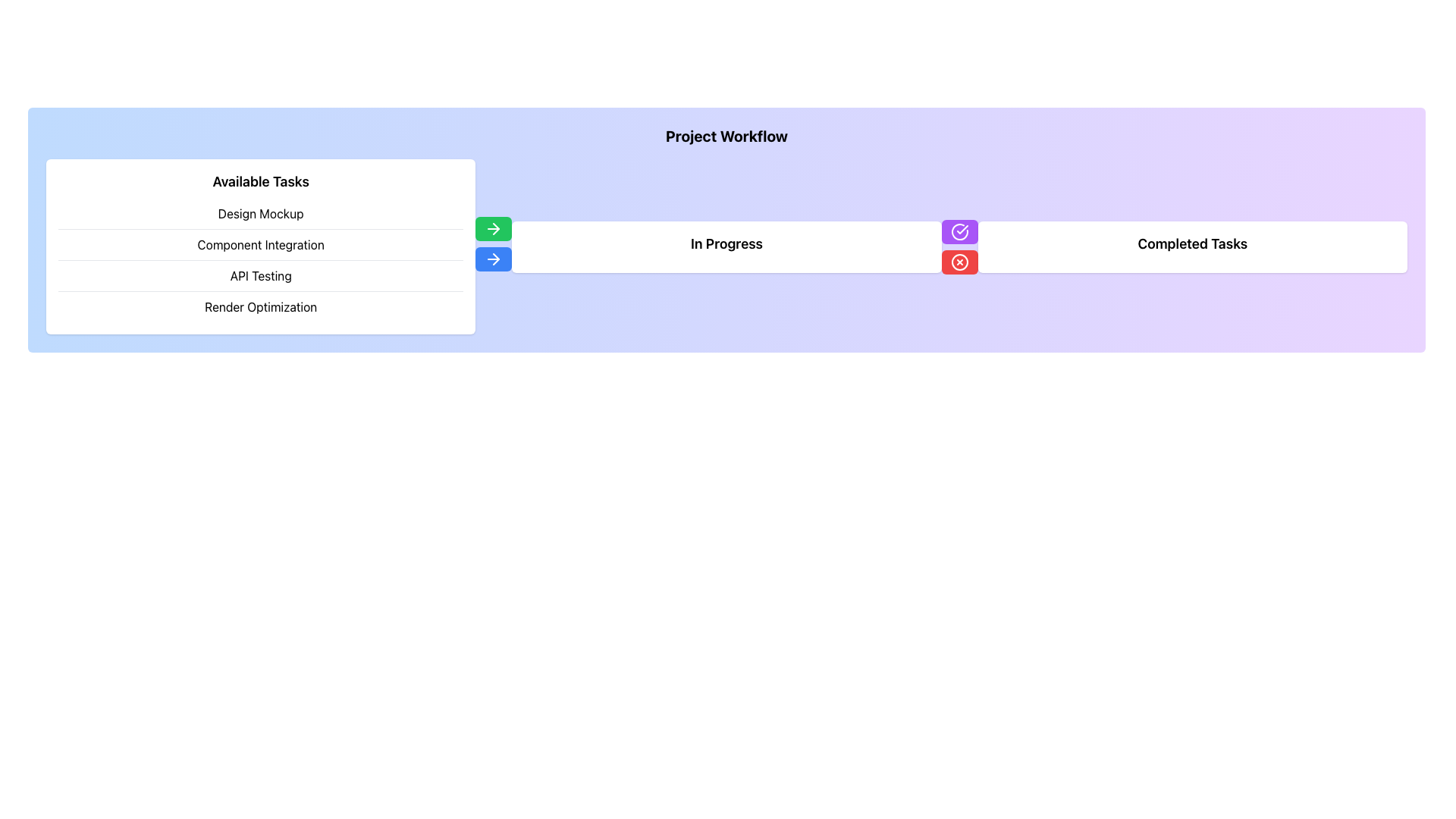  What do you see at coordinates (959, 231) in the screenshot?
I see `the purple button with a checkmark icon located in the 'In Progress' section` at bounding box center [959, 231].